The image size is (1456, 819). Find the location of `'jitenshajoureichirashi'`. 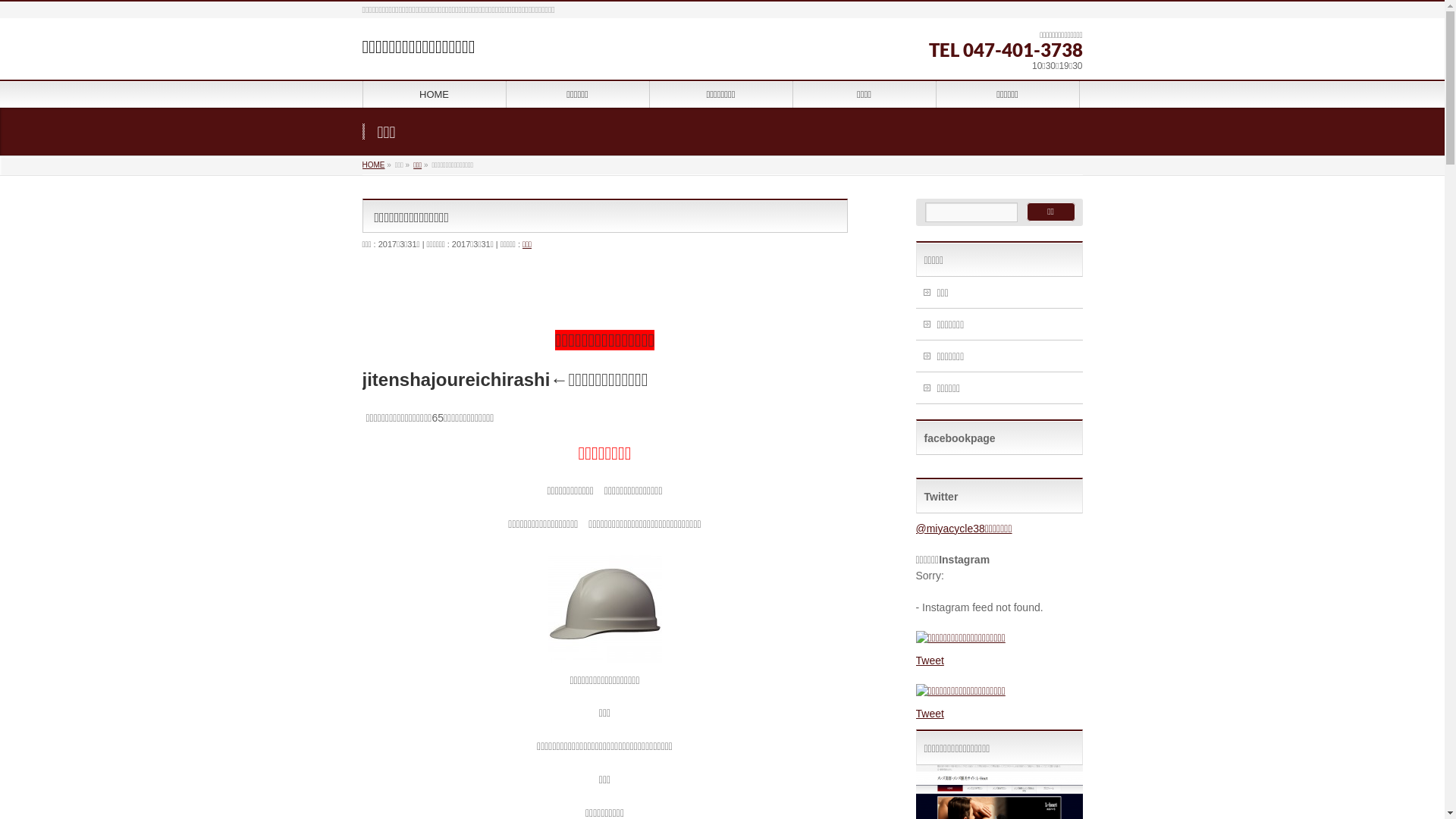

'jitenshajoureichirashi' is located at coordinates (455, 378).